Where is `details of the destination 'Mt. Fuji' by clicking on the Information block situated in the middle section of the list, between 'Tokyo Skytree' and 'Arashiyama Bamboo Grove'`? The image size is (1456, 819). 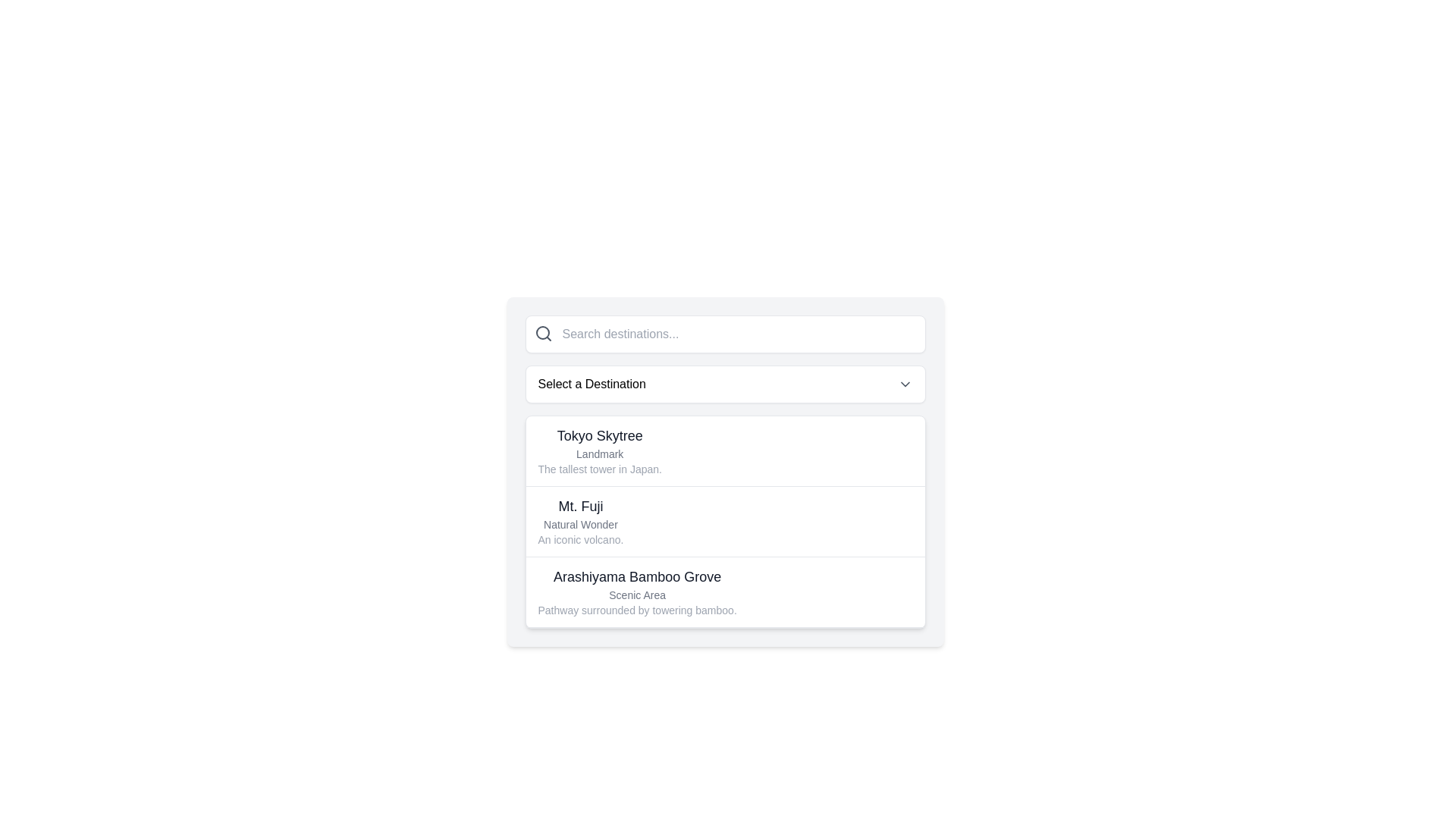
details of the destination 'Mt. Fuji' by clicking on the Information block situated in the middle section of the list, between 'Tokyo Skytree' and 'Arashiyama Bamboo Grove' is located at coordinates (579, 520).